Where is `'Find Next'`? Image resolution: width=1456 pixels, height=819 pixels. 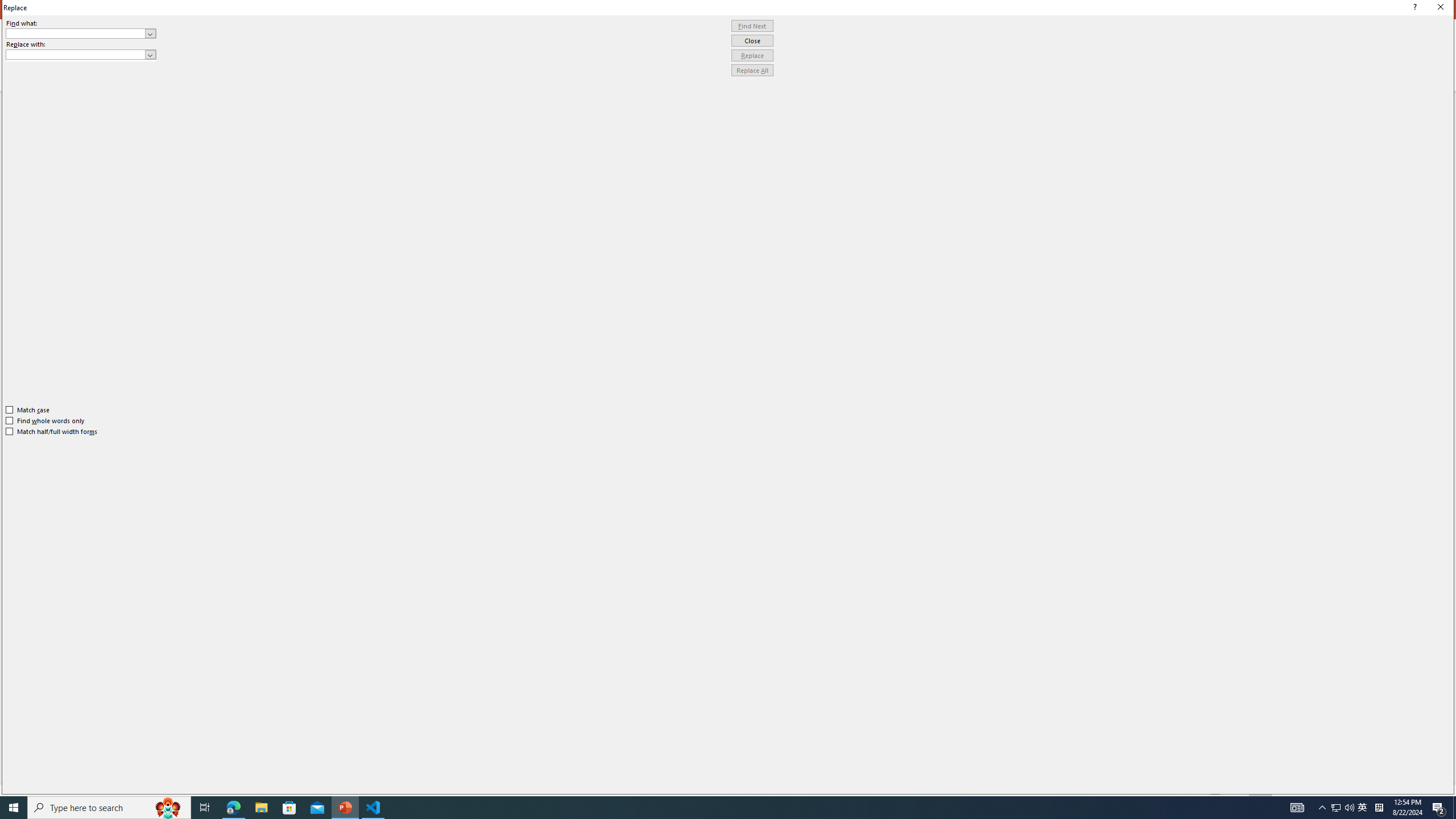
'Find Next' is located at coordinates (752, 26).